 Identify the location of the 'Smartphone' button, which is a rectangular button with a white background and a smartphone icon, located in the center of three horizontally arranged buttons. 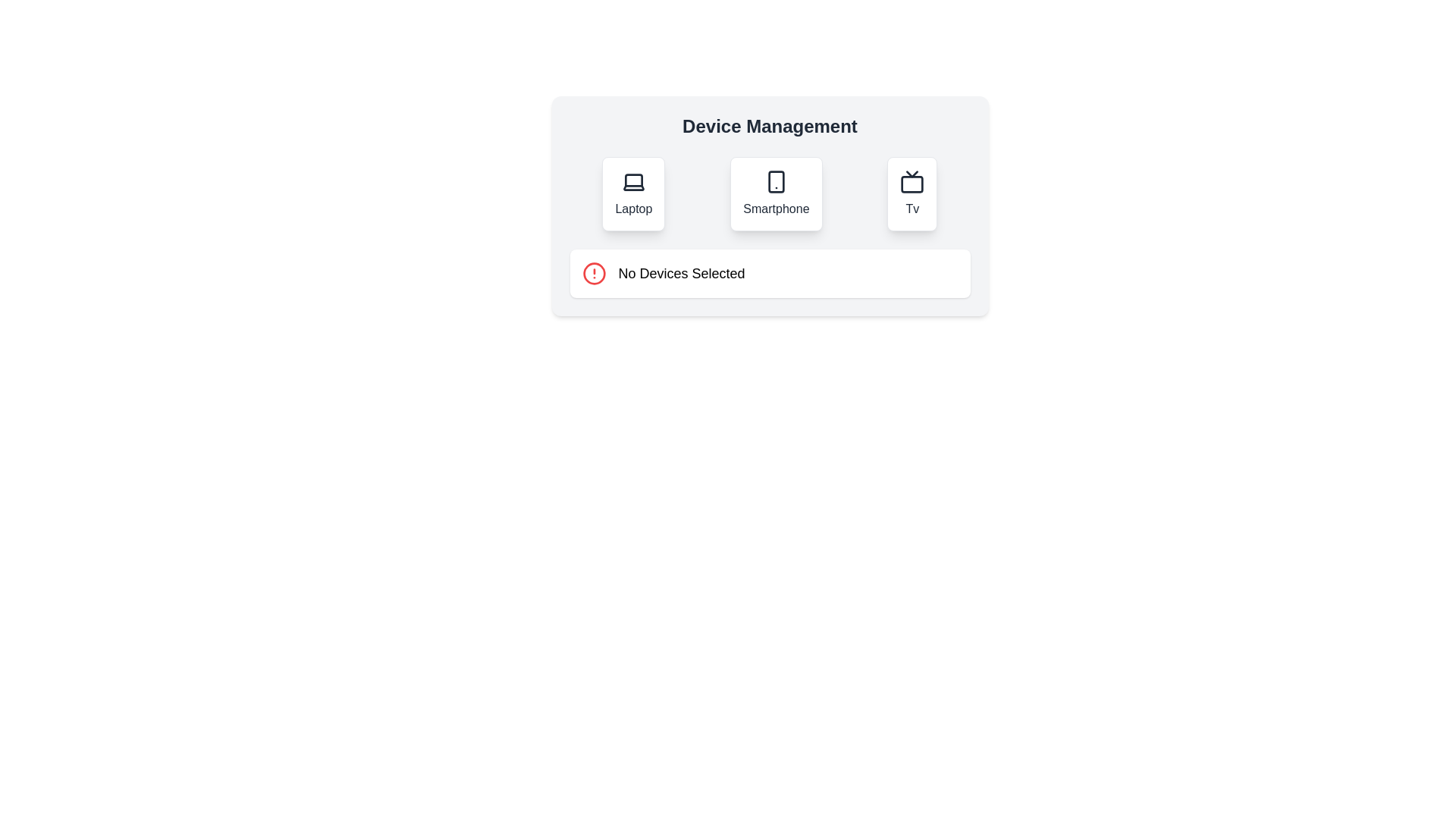
(776, 193).